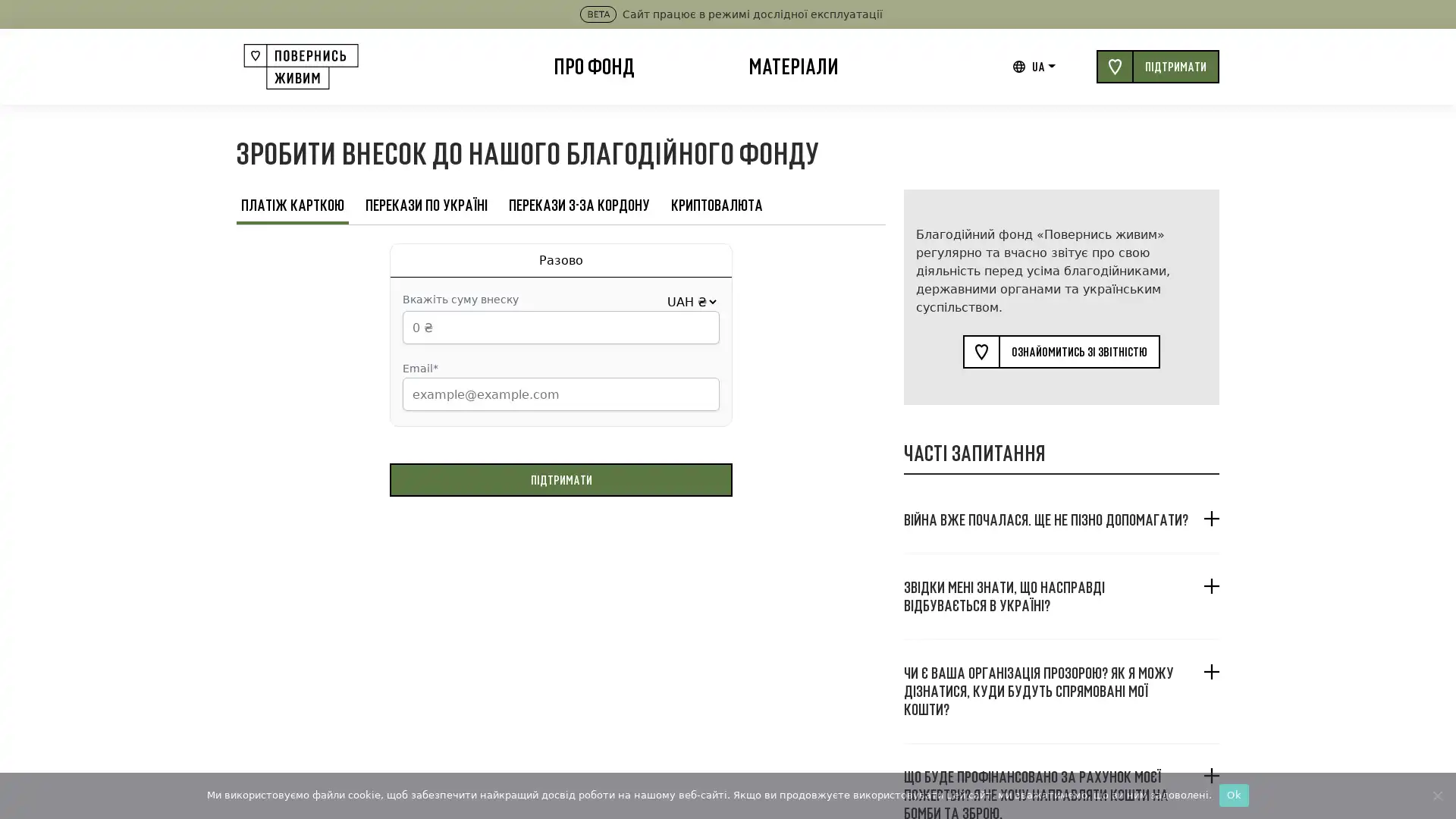 This screenshot has height=819, width=1456. I want to click on ,     ?, so click(1061, 595).